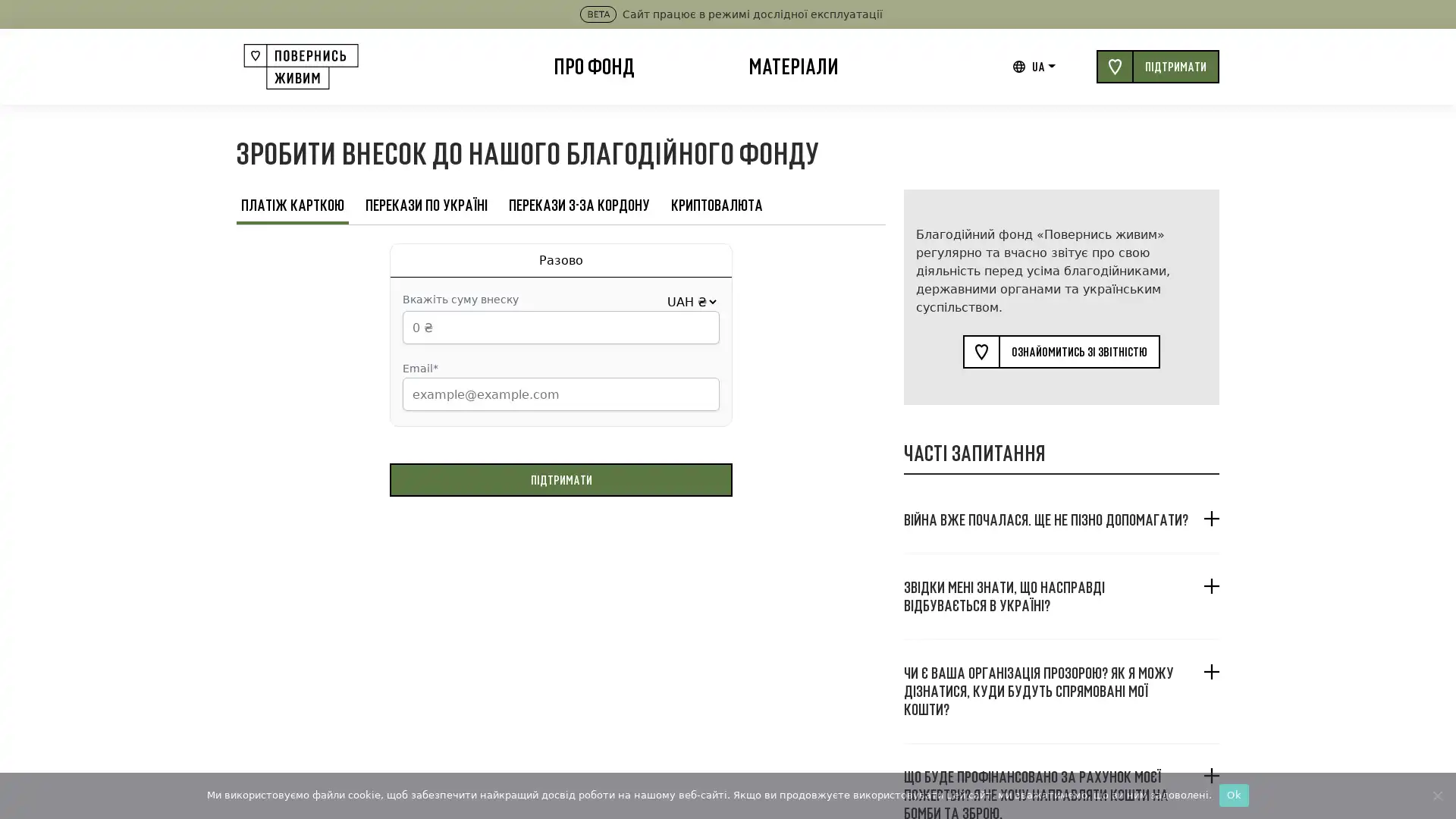 This screenshot has height=819, width=1456. I want to click on ,     ?, so click(1061, 595).